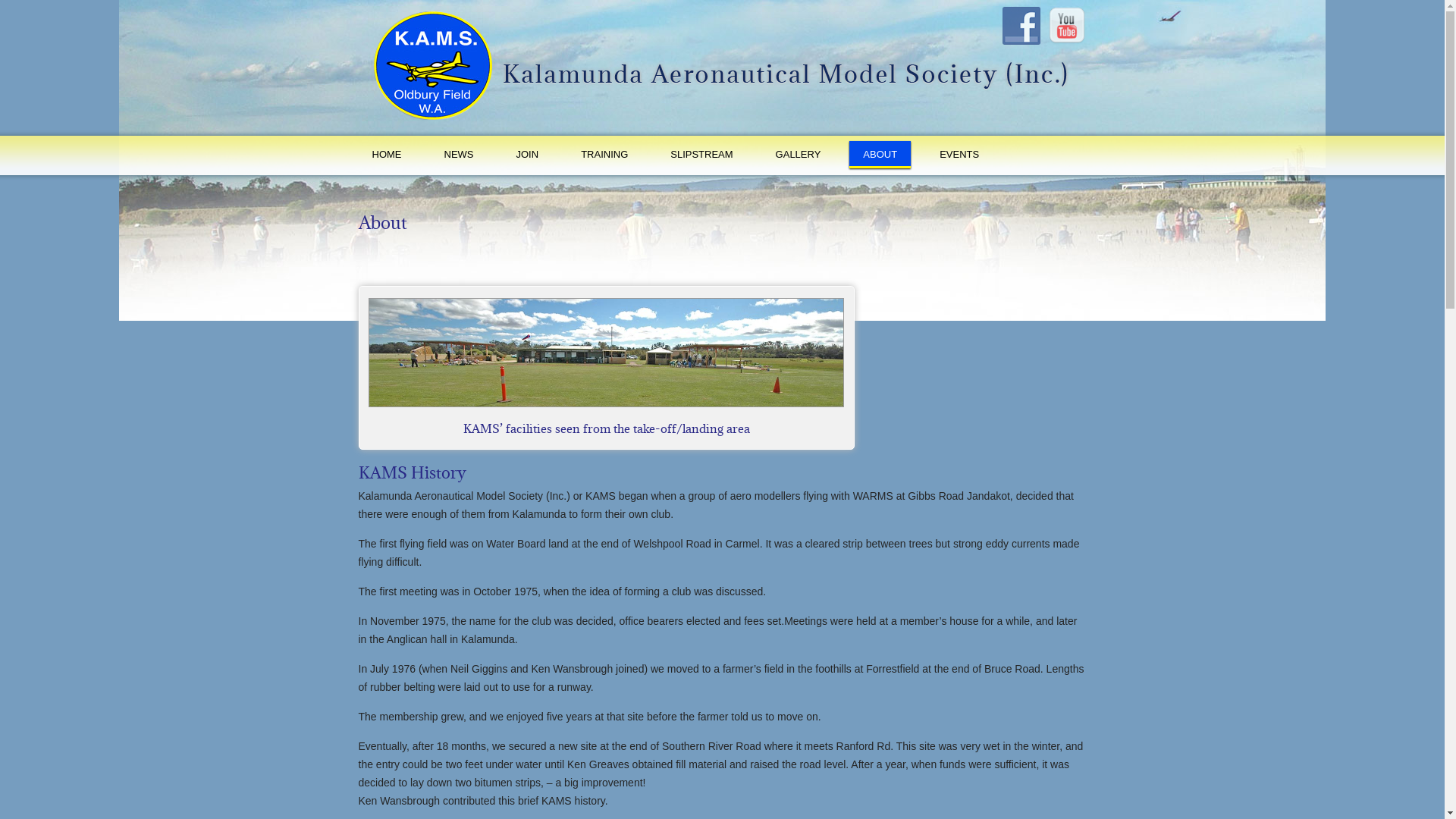  What do you see at coordinates (848, 155) in the screenshot?
I see `'ABOUT'` at bounding box center [848, 155].